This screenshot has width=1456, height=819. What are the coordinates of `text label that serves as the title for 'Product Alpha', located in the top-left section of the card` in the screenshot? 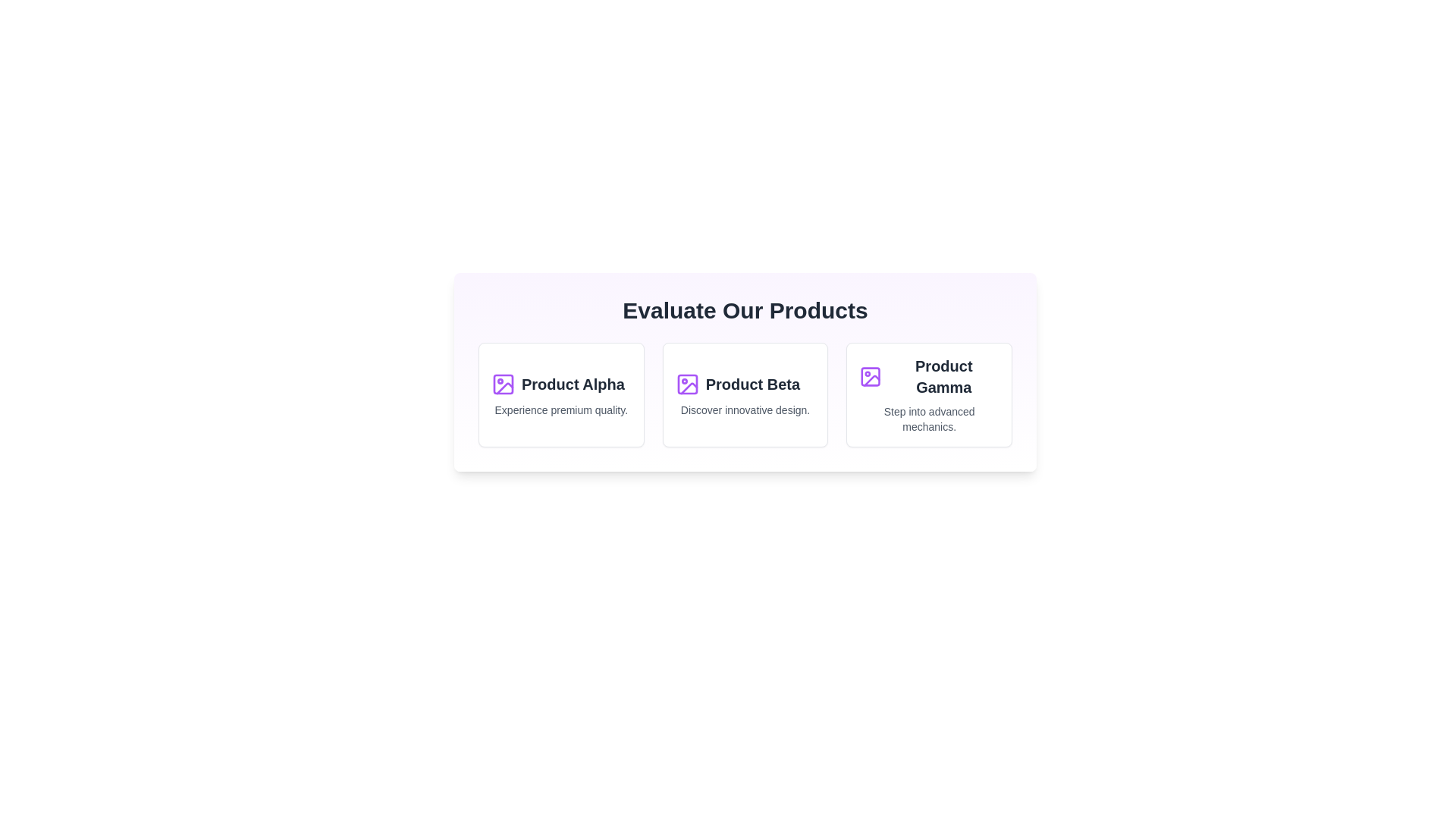 It's located at (572, 383).